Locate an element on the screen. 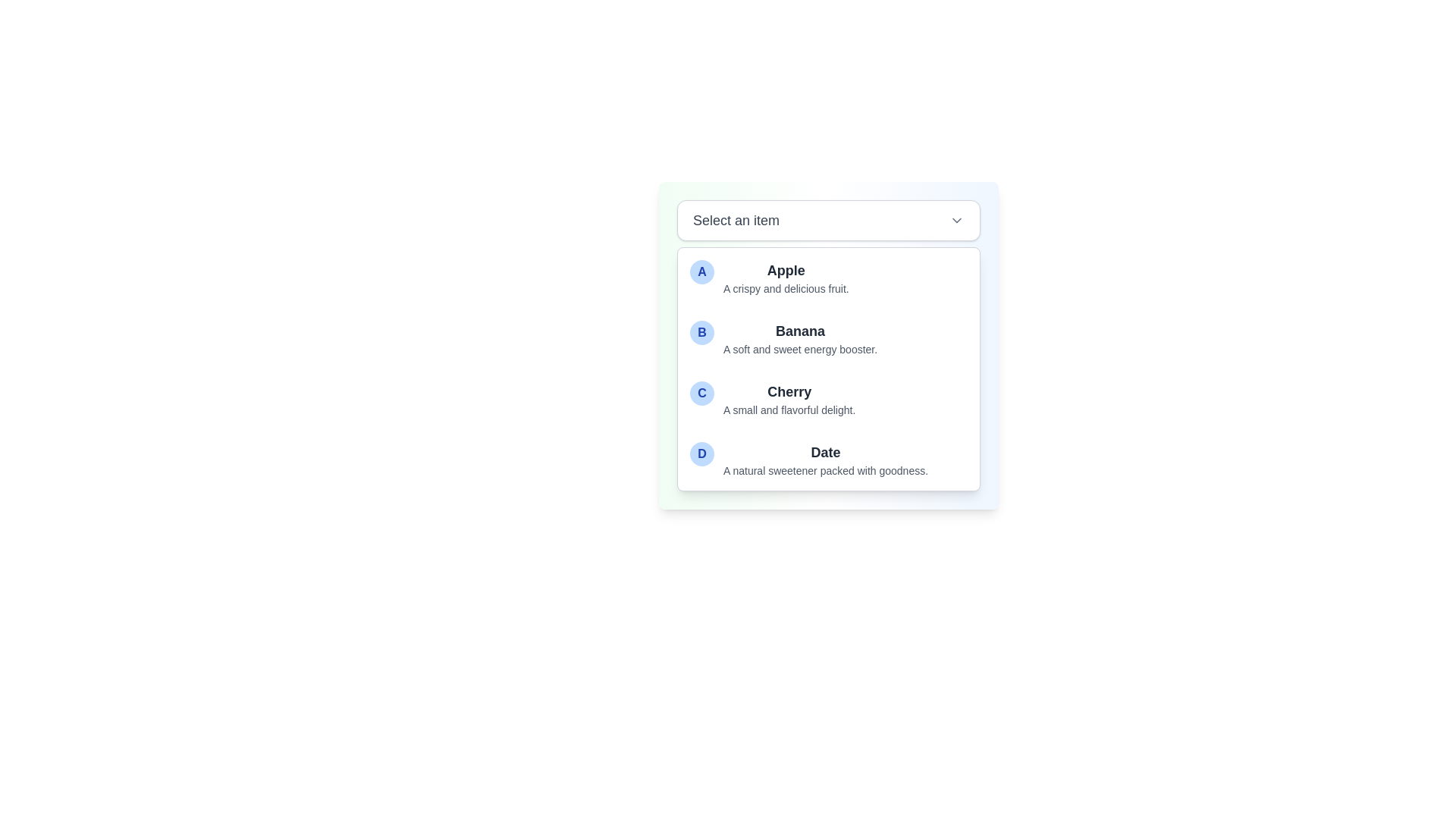  the circular badge containing the uppercase letter 'C' in bold blue font, which is positioned to the left of the 'Cherry' label in the dropdown is located at coordinates (701, 393).